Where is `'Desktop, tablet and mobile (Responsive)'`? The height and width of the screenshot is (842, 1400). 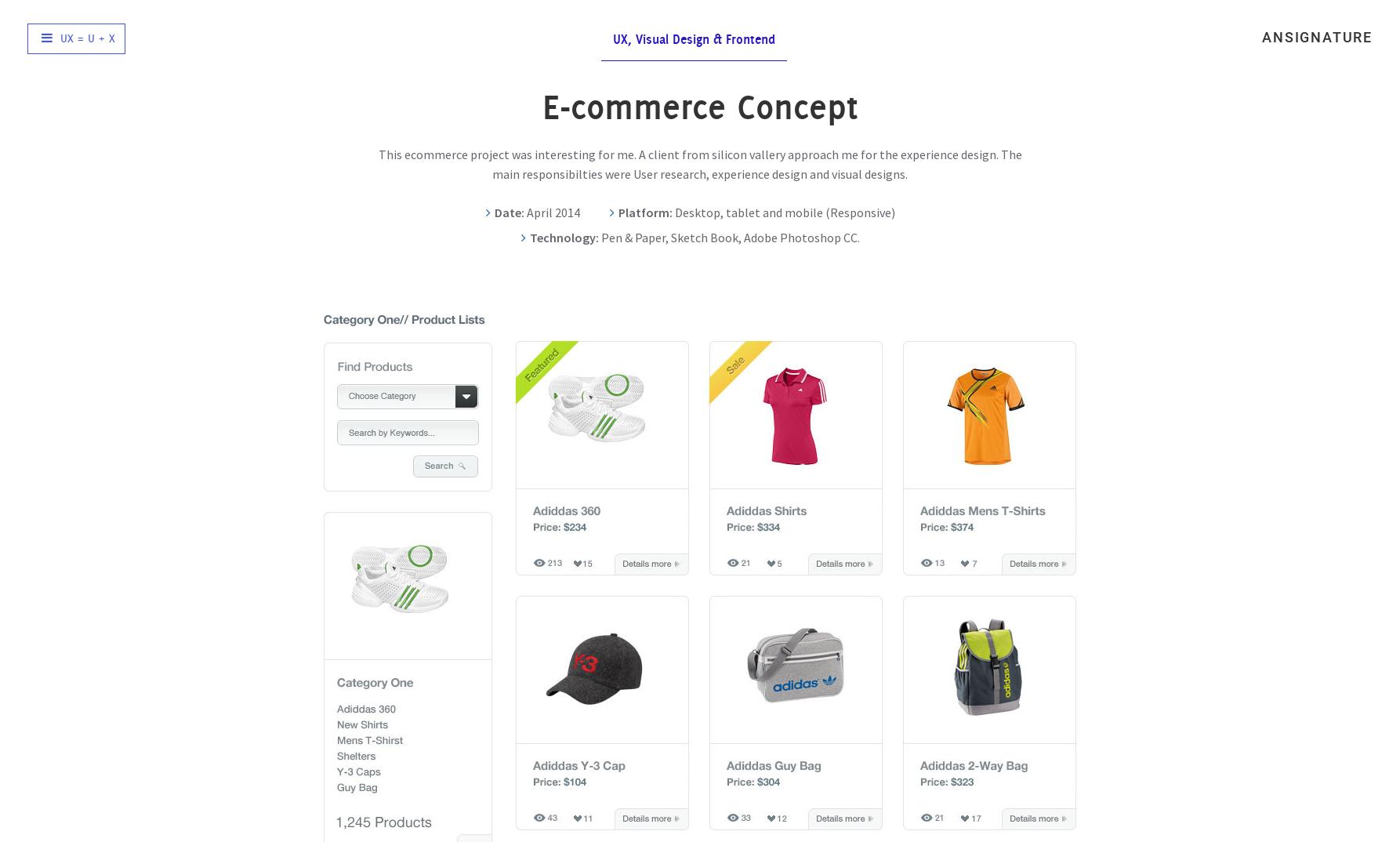
'Desktop, tablet and mobile (Responsive)' is located at coordinates (783, 212).